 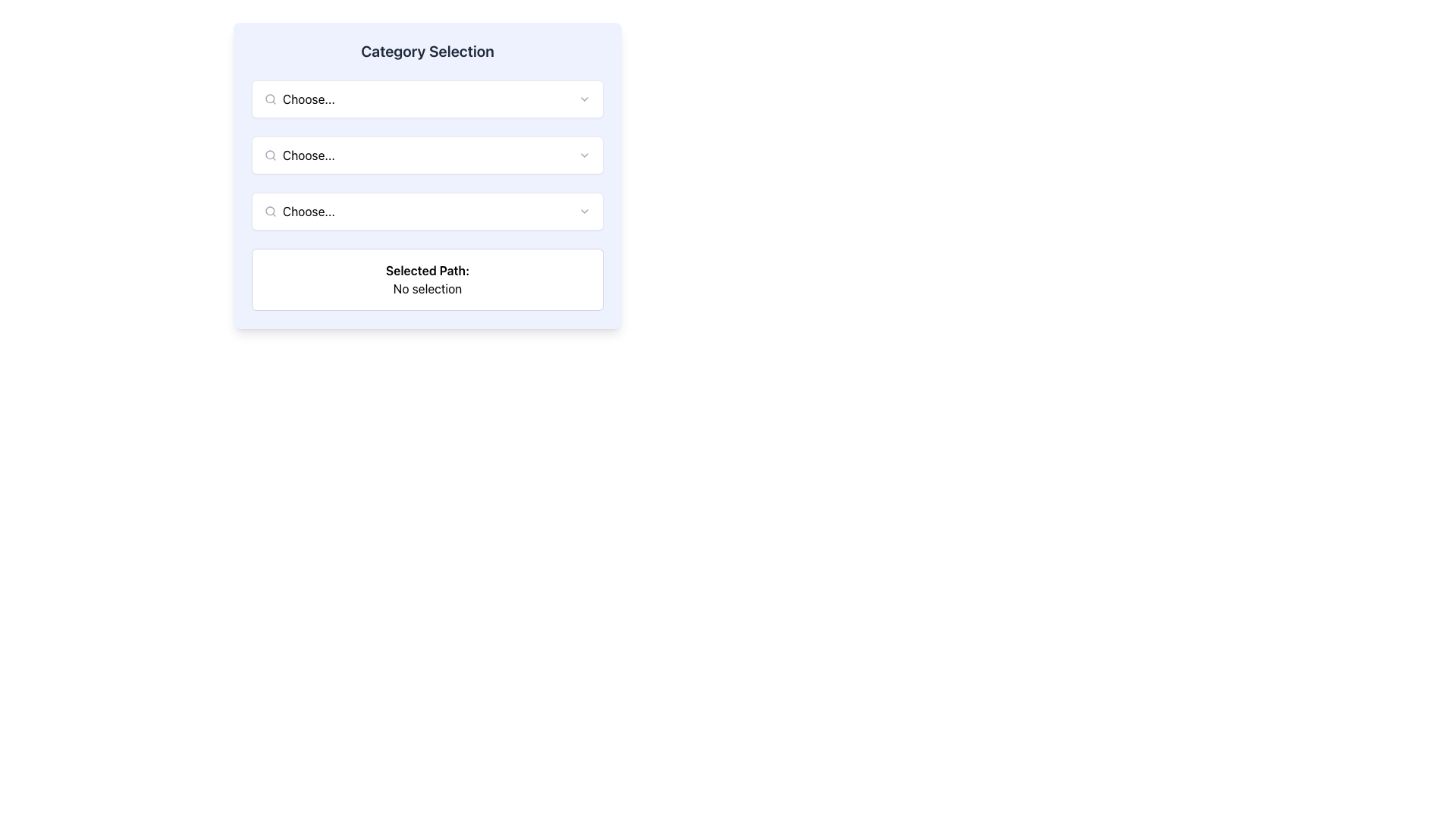 I want to click on the circular search icon located at the left end of the third input field, which features a magnifying glass symbol within a white input field, so click(x=270, y=211).